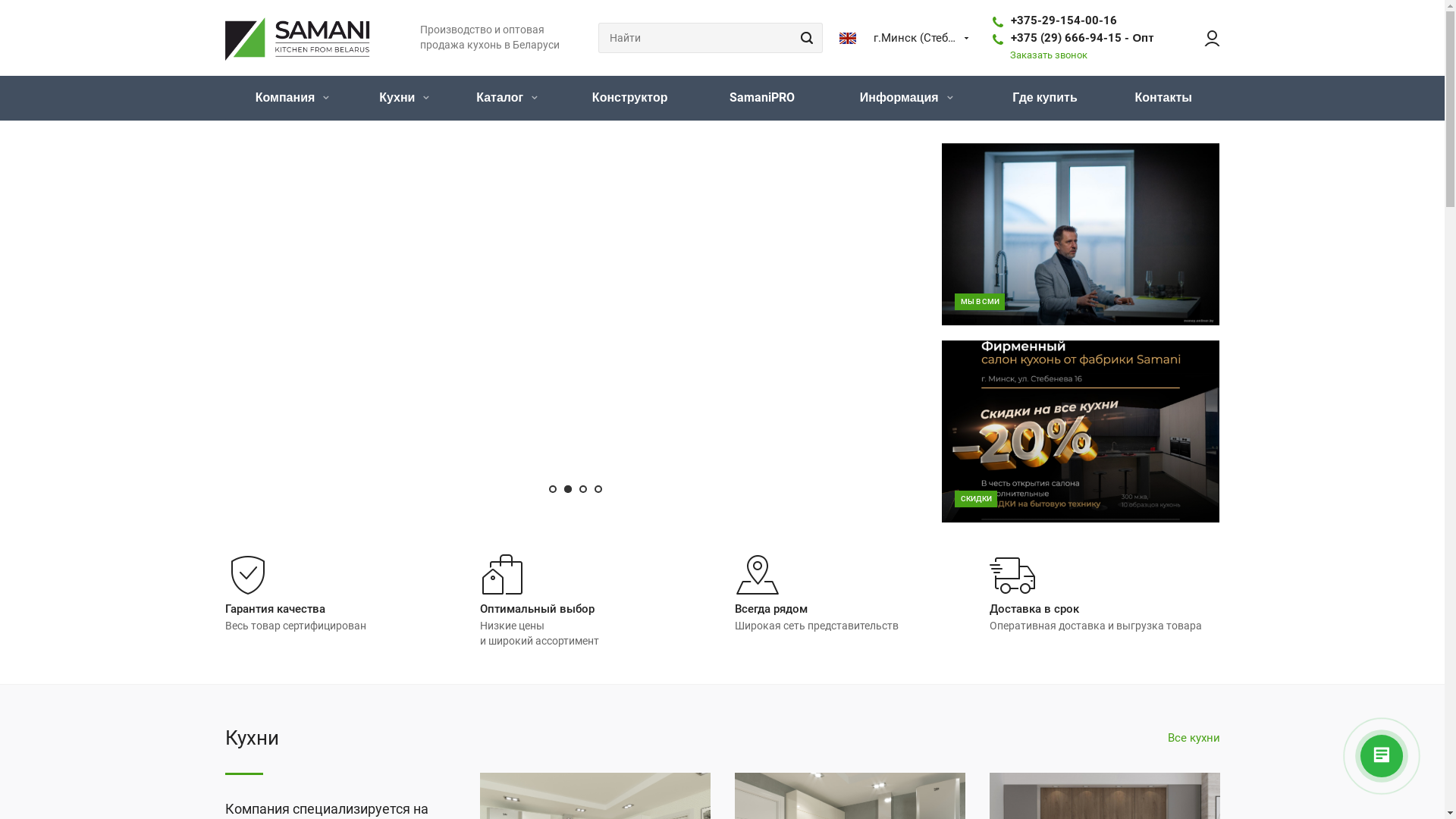 This screenshot has width=1456, height=819. Describe the element at coordinates (1062, 20) in the screenshot. I see `'+375-29-154-00-16'` at that location.